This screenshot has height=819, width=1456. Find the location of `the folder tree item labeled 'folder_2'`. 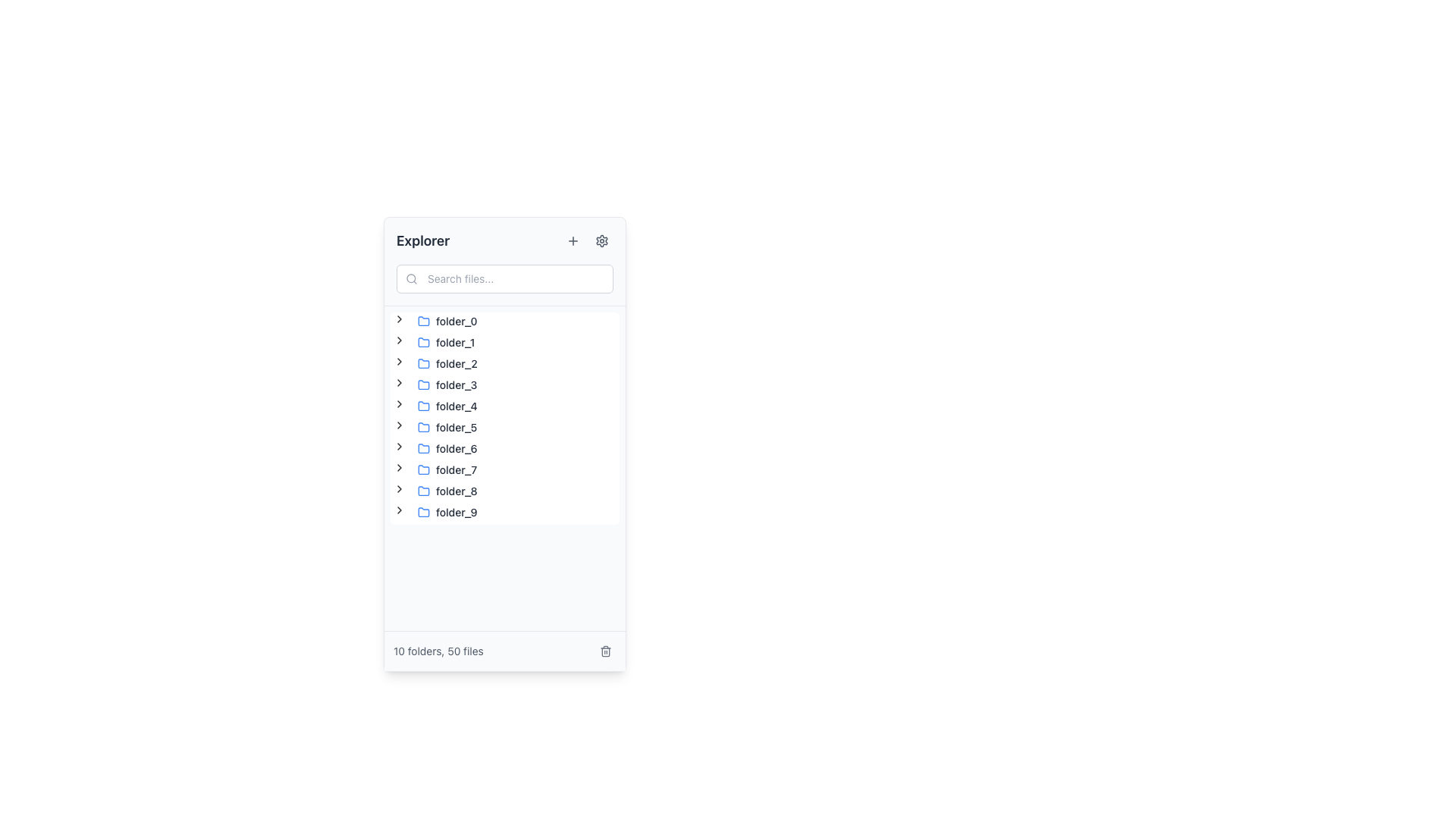

the folder tree item labeled 'folder_2' is located at coordinates (436, 363).